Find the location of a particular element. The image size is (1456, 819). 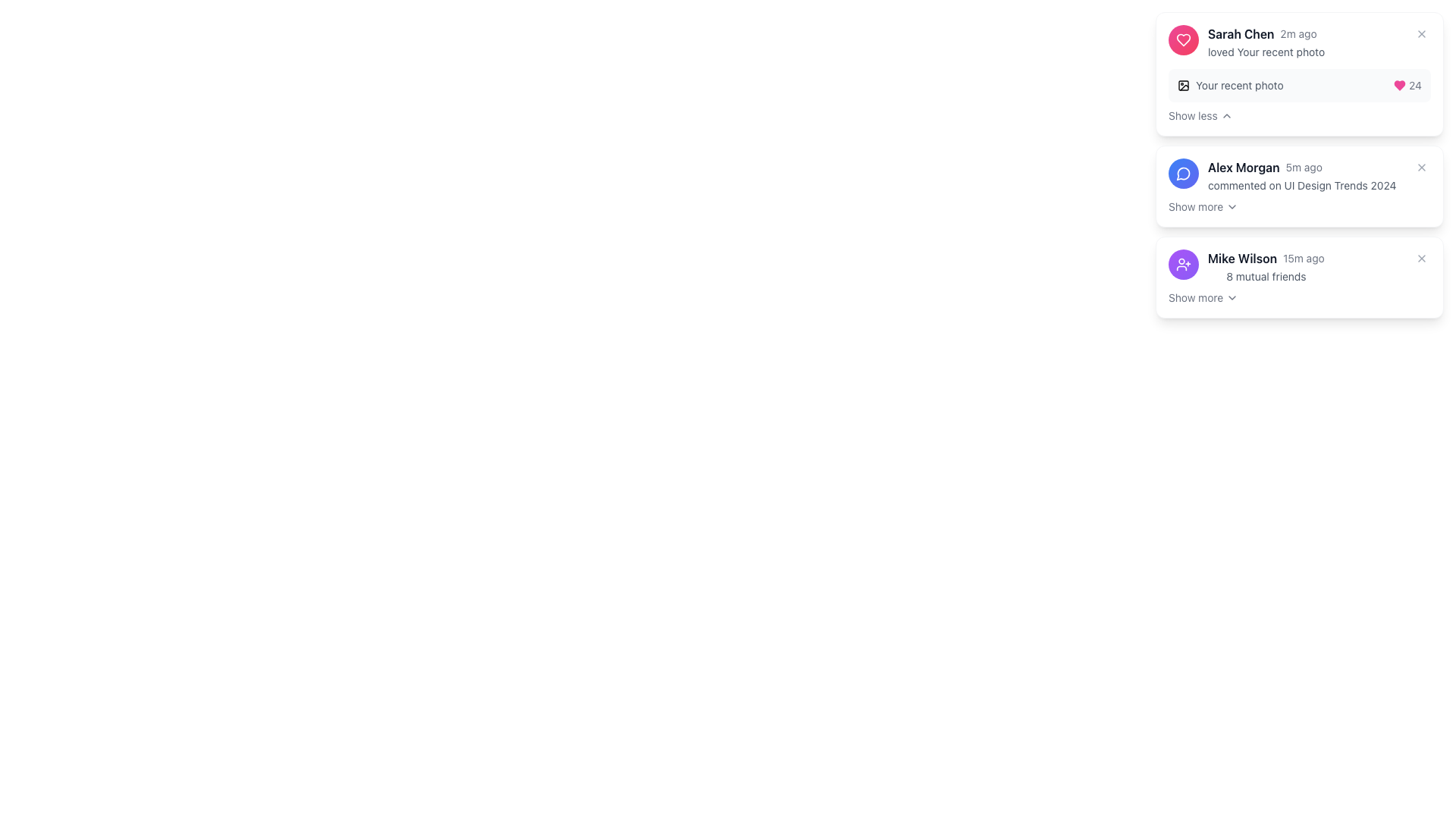

the text label that conveys additional information about the action related to Sarah Chen, which specifies that they loved a recent photo is located at coordinates (1266, 52).